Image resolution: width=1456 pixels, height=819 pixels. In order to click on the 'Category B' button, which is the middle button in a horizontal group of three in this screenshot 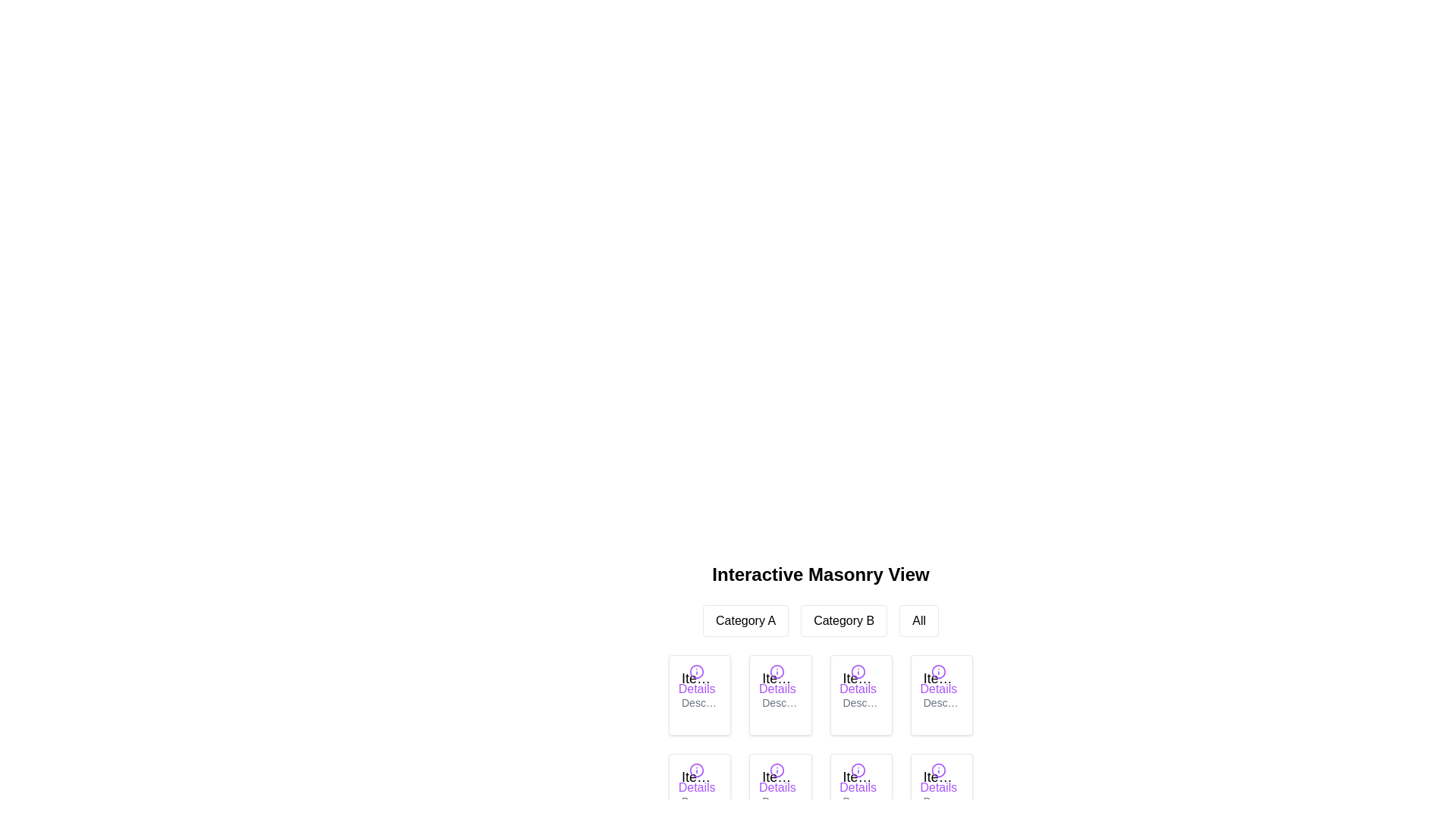, I will do `click(843, 620)`.